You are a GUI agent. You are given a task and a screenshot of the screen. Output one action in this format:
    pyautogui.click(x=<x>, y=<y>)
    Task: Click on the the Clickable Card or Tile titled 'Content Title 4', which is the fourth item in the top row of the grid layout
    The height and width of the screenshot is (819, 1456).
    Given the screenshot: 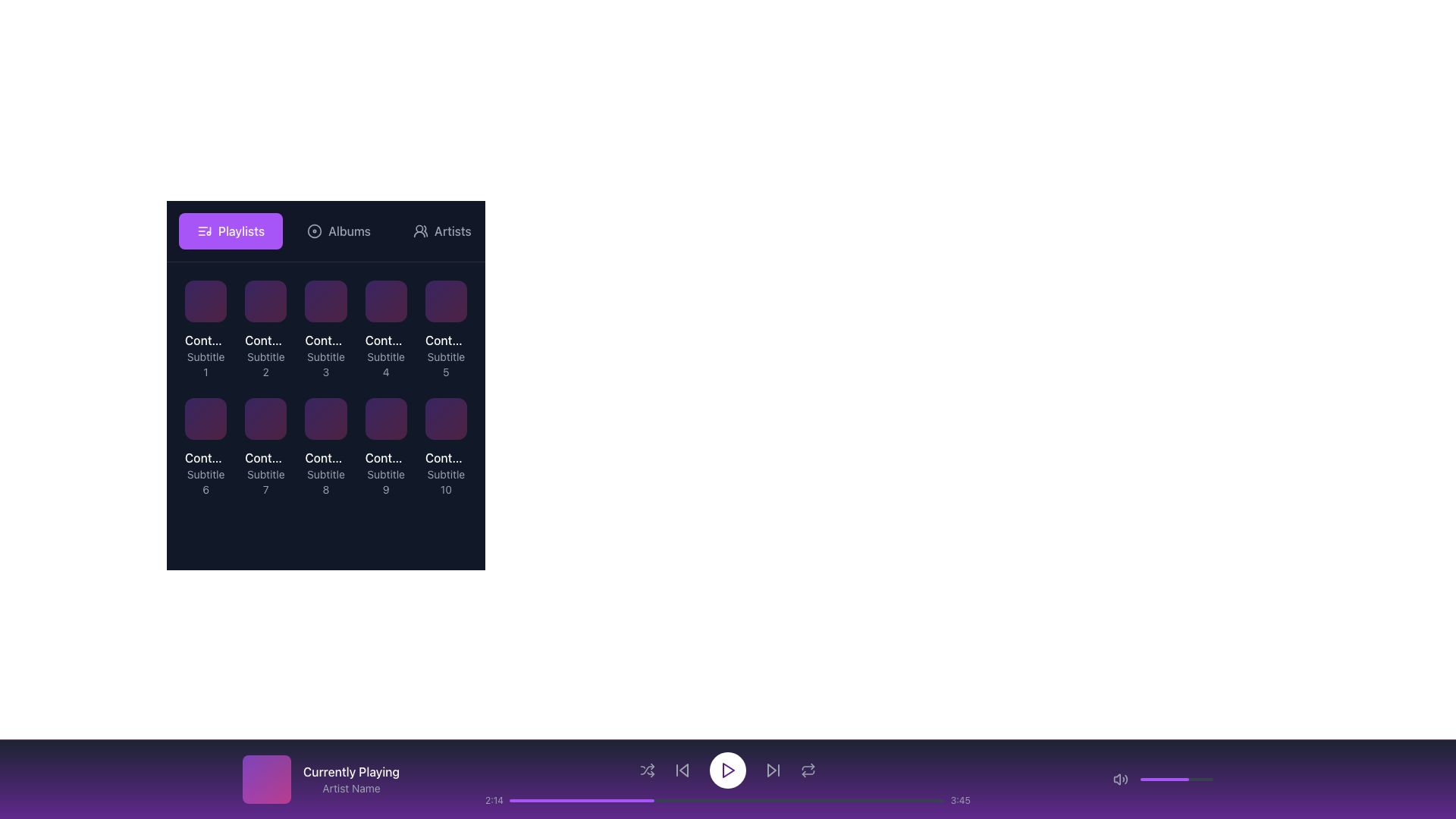 What is the action you would take?
    pyautogui.click(x=385, y=356)
    